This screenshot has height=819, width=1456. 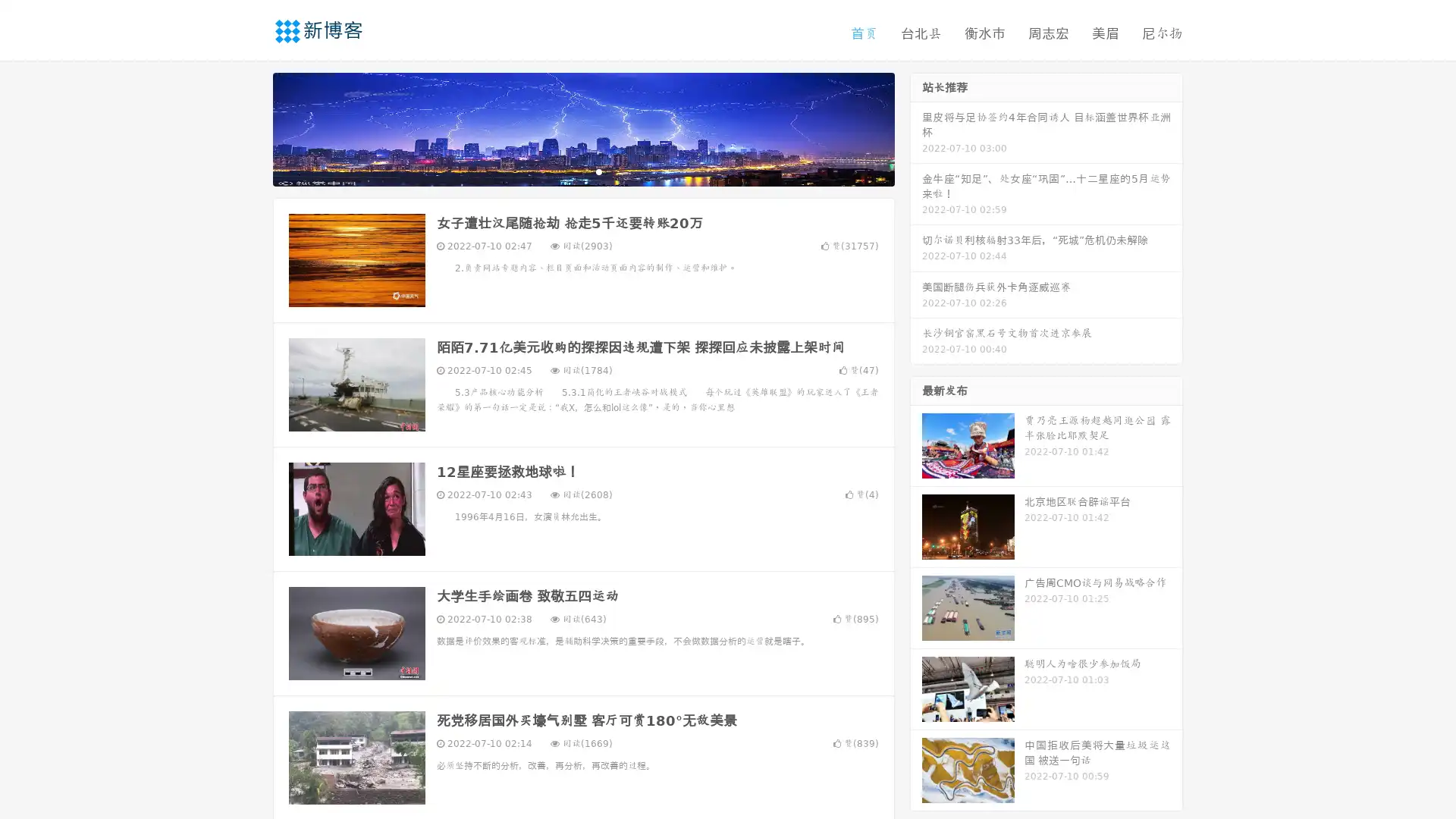 I want to click on Previous slide, so click(x=250, y=127).